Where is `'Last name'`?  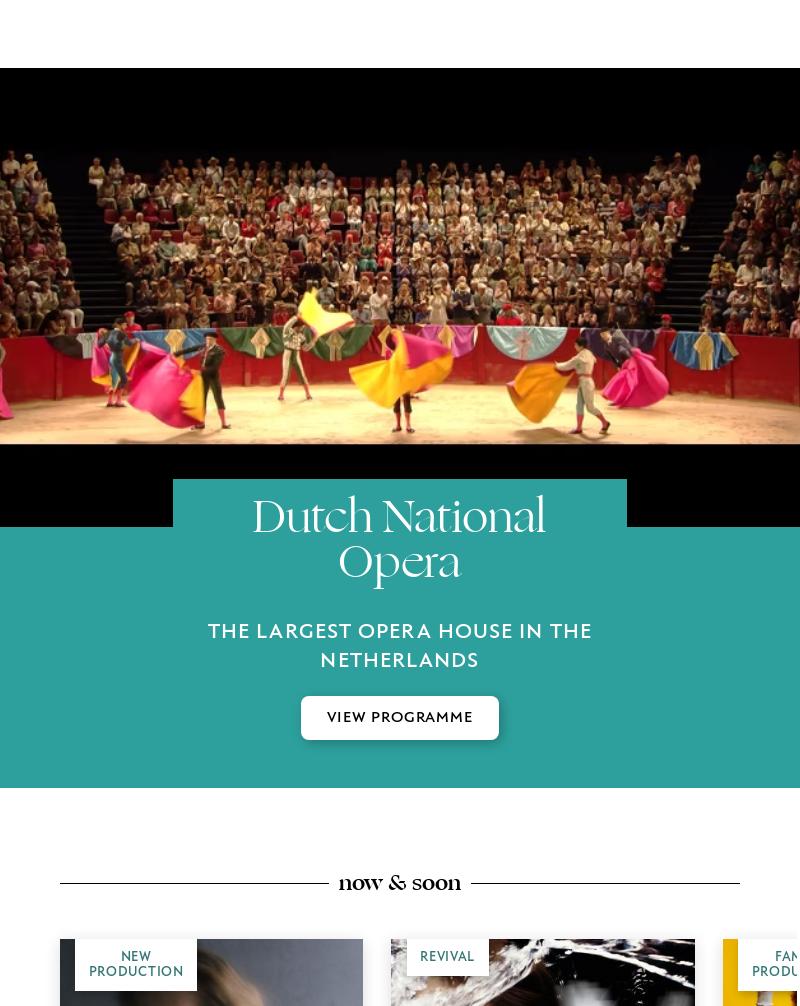 'Last name' is located at coordinates (231, 549).